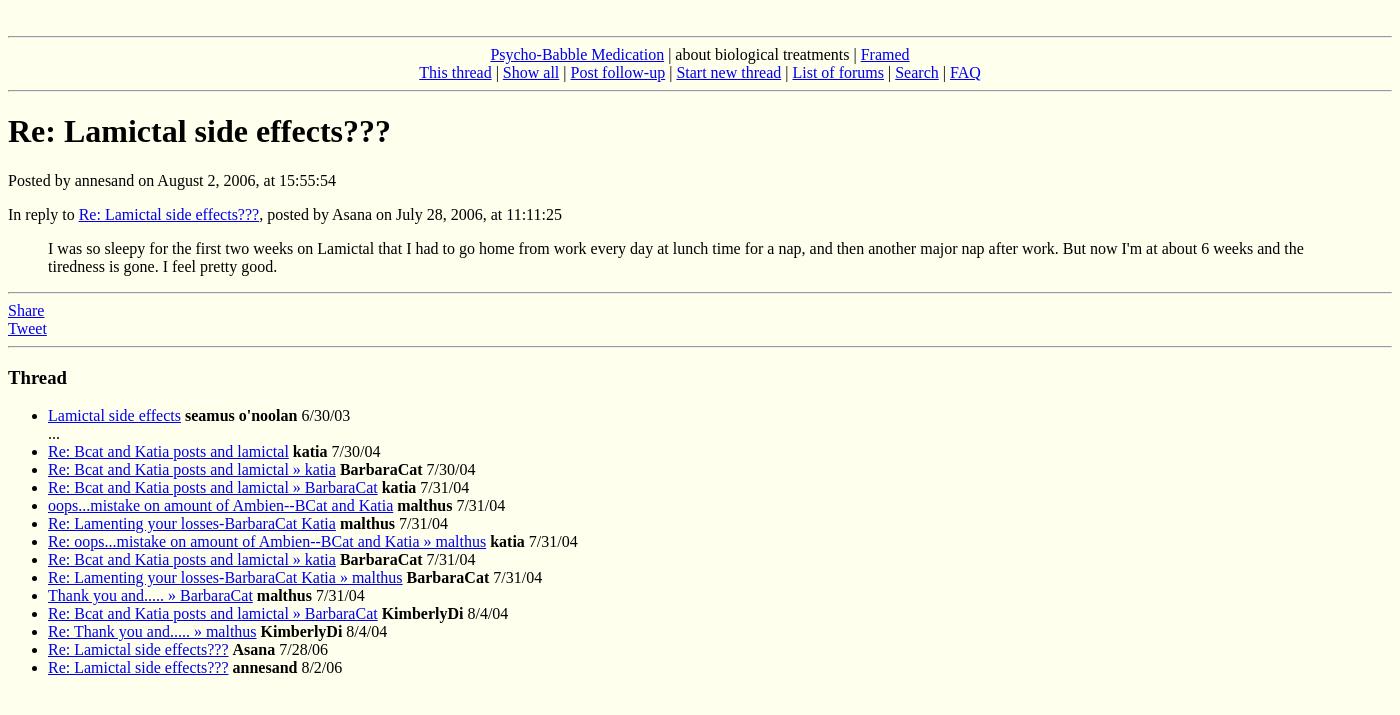  What do you see at coordinates (762, 53) in the screenshot?
I see `'|
	about biological treatments |'` at bounding box center [762, 53].